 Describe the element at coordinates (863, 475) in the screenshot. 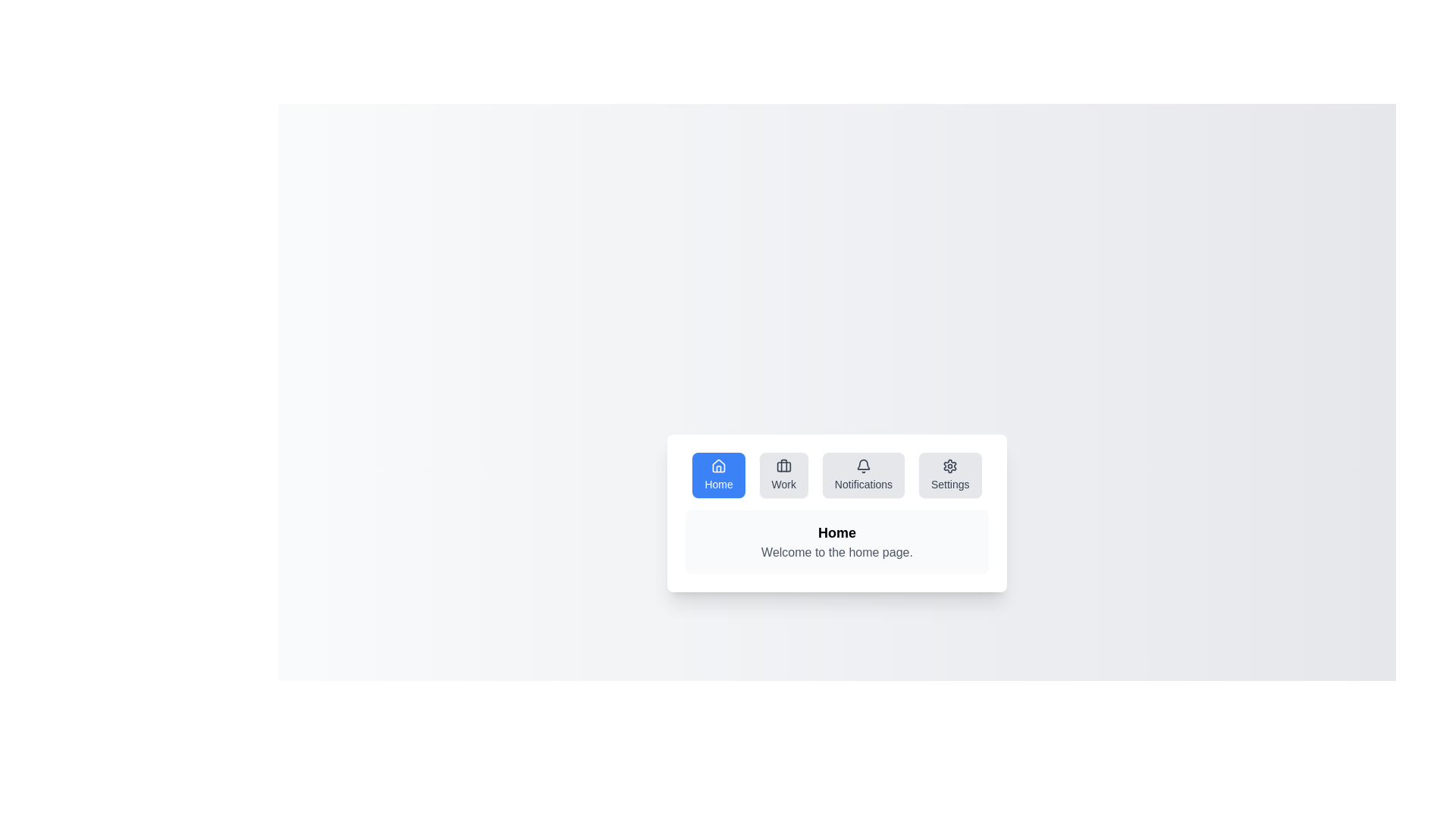

I see `the 'Notifications' button, which is a light grey rectangular button with rounded corners featuring a bell icon and dark grey text, positioned third in a group of four buttons` at that location.